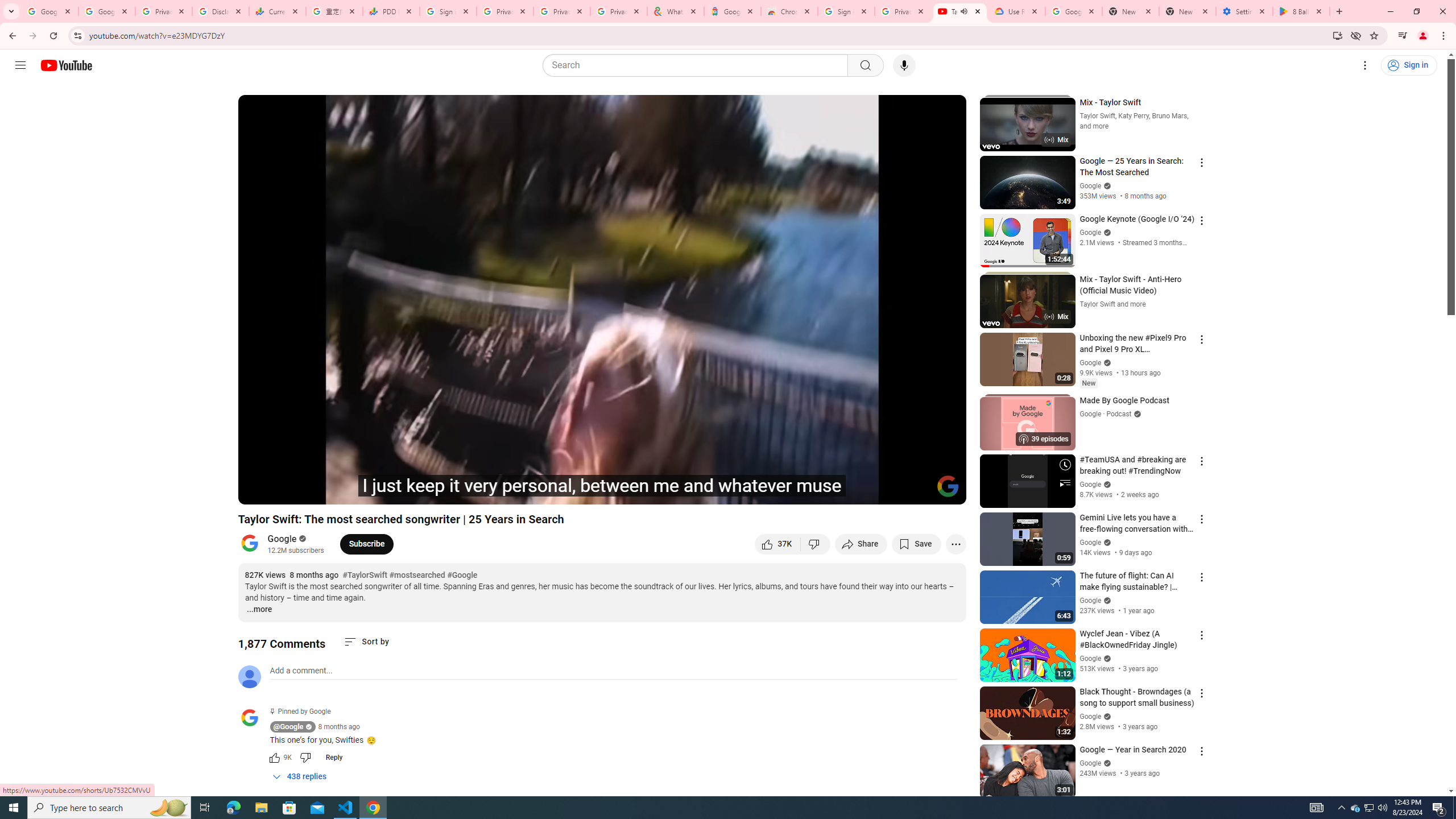  What do you see at coordinates (299, 776) in the screenshot?
I see `'438 replies'` at bounding box center [299, 776].